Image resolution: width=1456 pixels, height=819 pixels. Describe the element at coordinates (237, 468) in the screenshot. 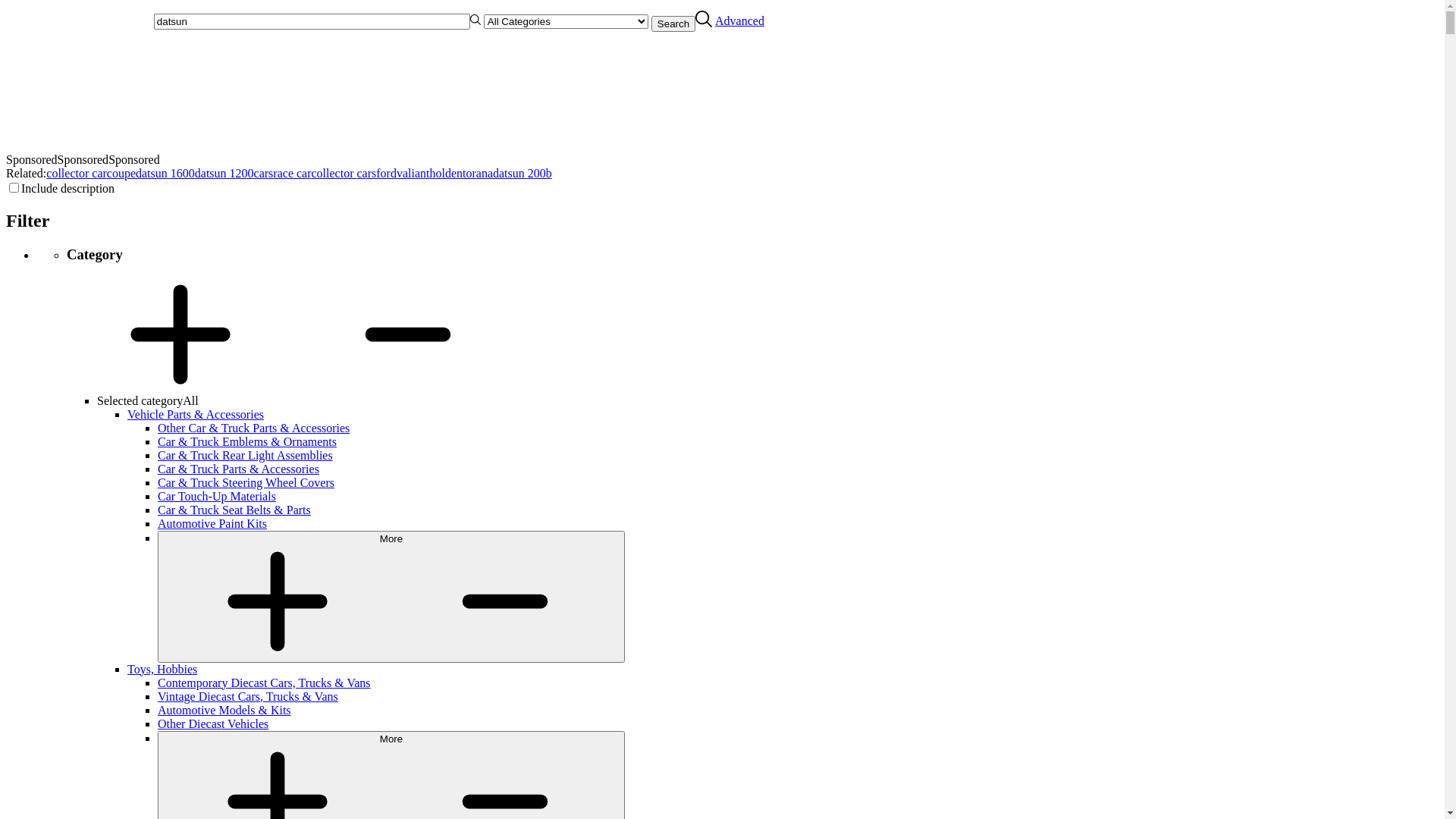

I see `'Car & Truck Parts & Accessories'` at that location.